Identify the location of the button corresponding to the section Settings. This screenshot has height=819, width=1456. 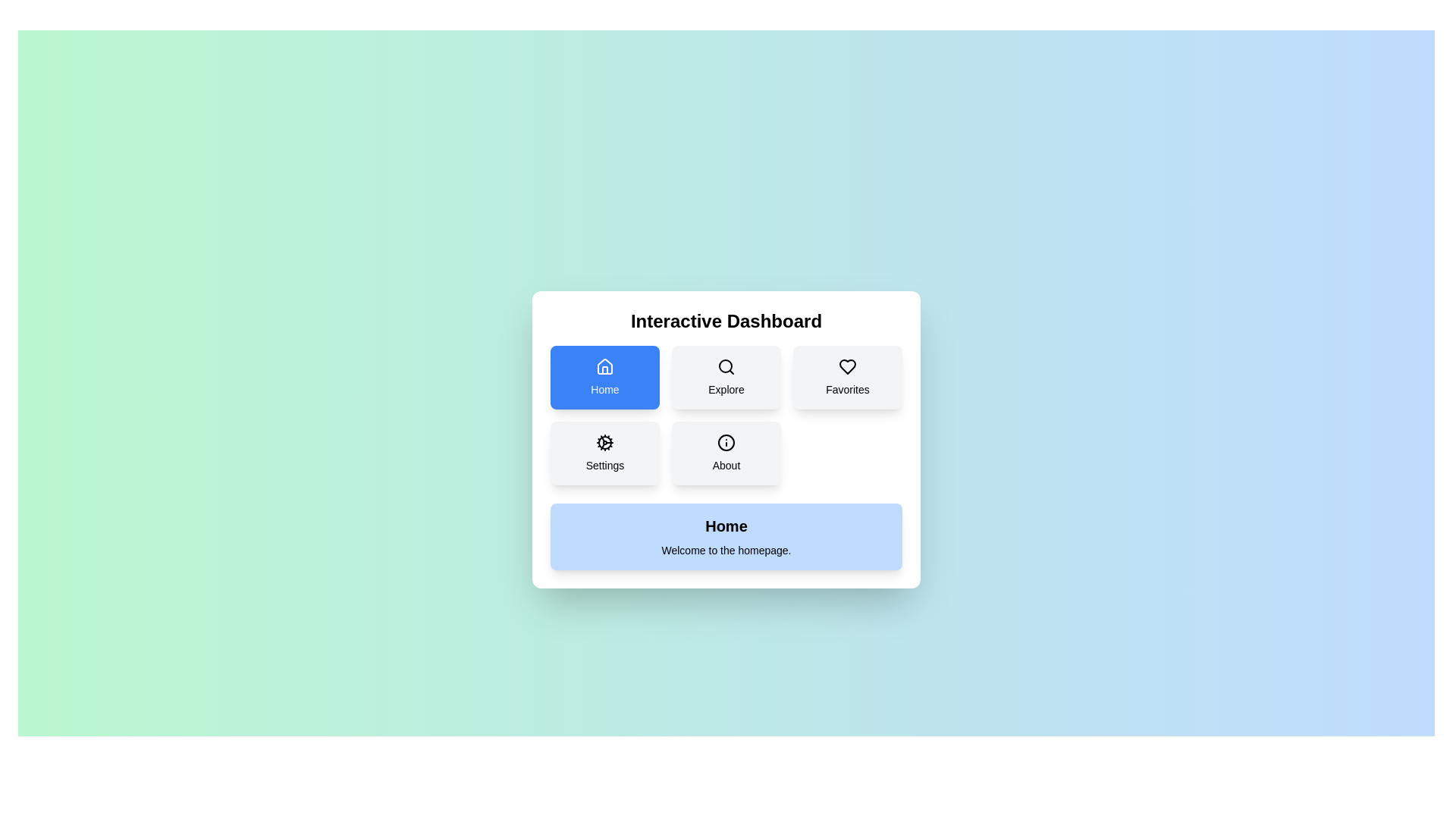
(604, 452).